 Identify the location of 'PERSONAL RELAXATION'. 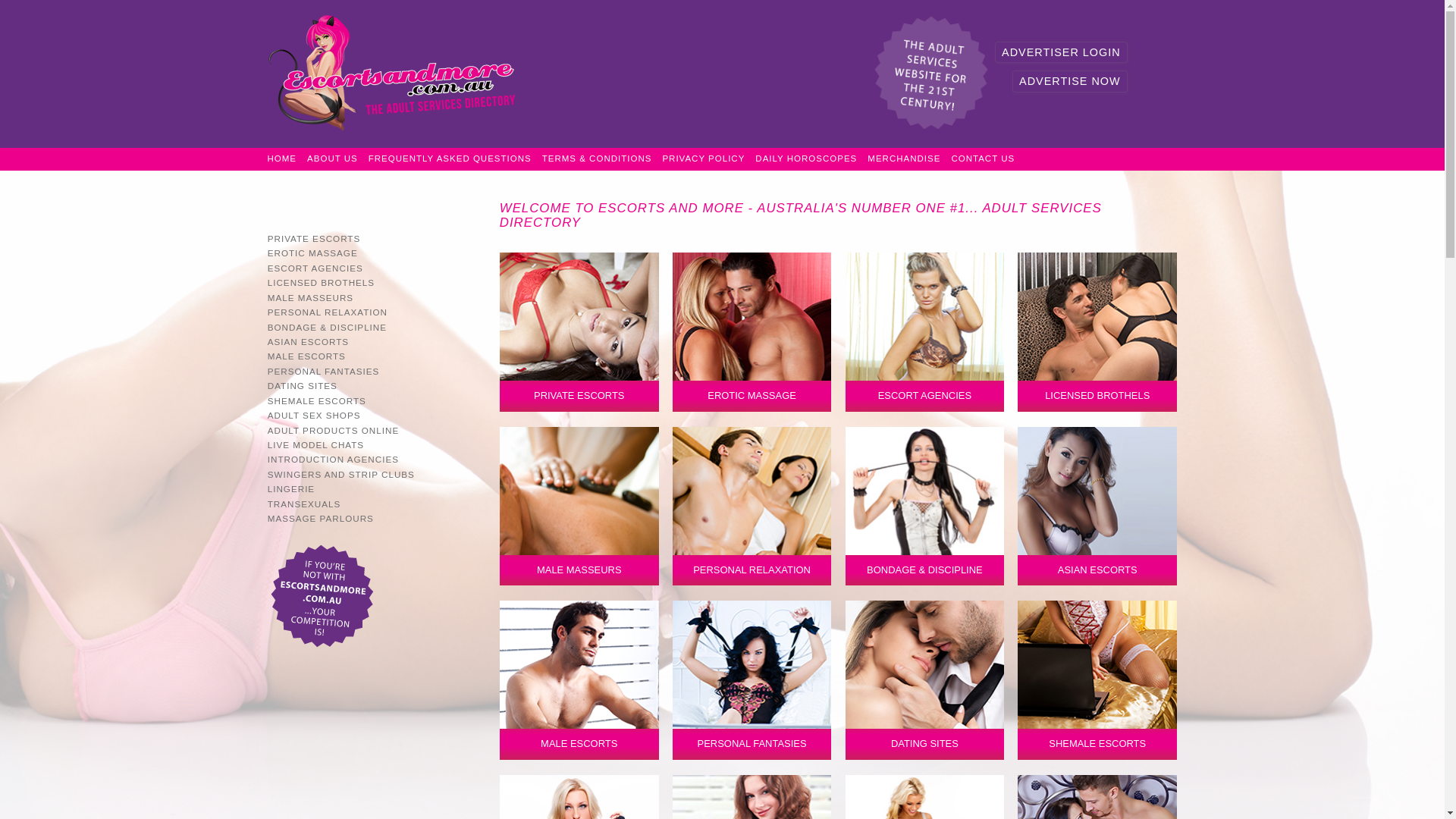
(752, 506).